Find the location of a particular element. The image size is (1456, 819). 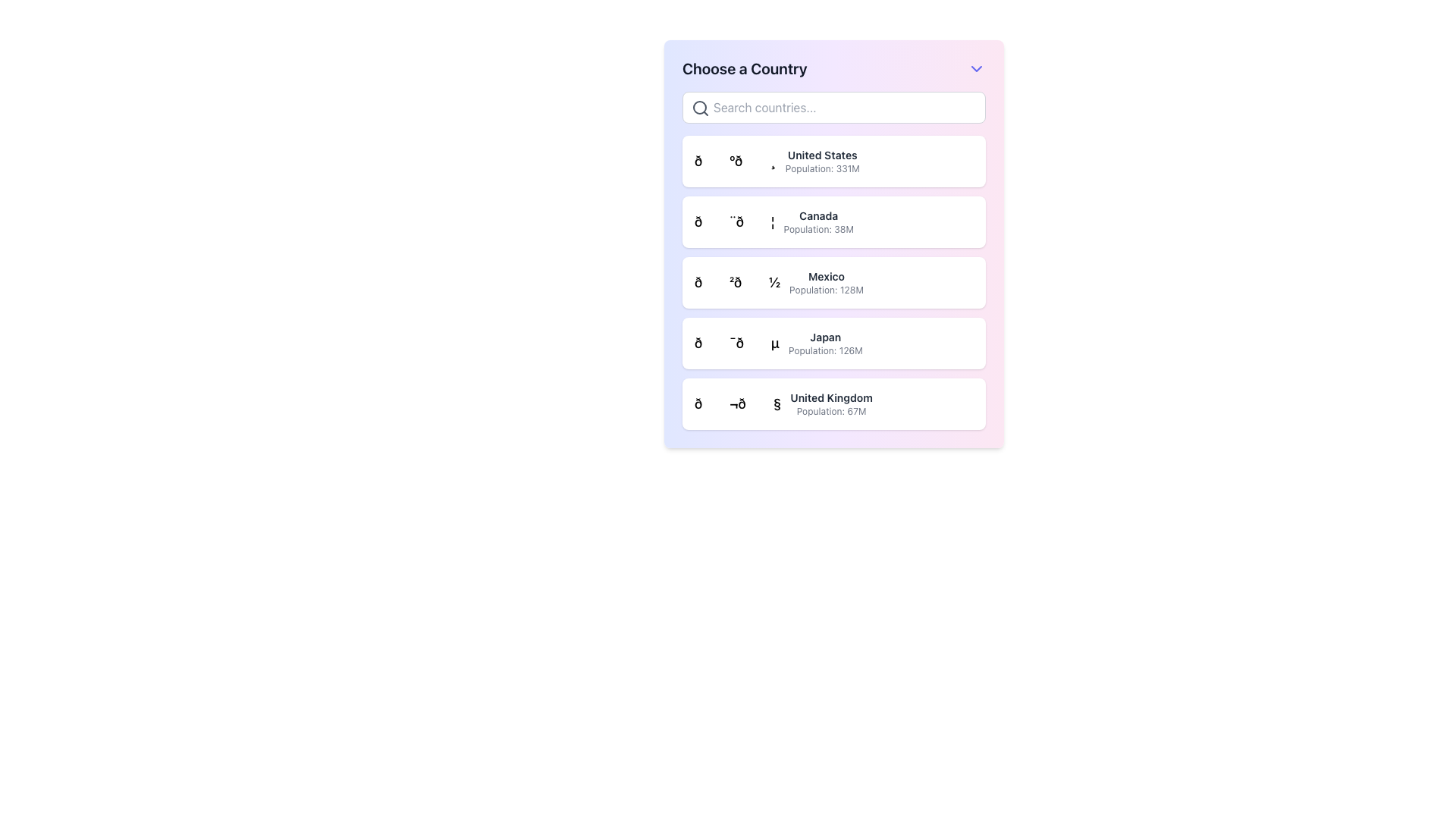

text element displaying 'United States' and its population in the dropdown menu using developer tools is located at coordinates (821, 161).